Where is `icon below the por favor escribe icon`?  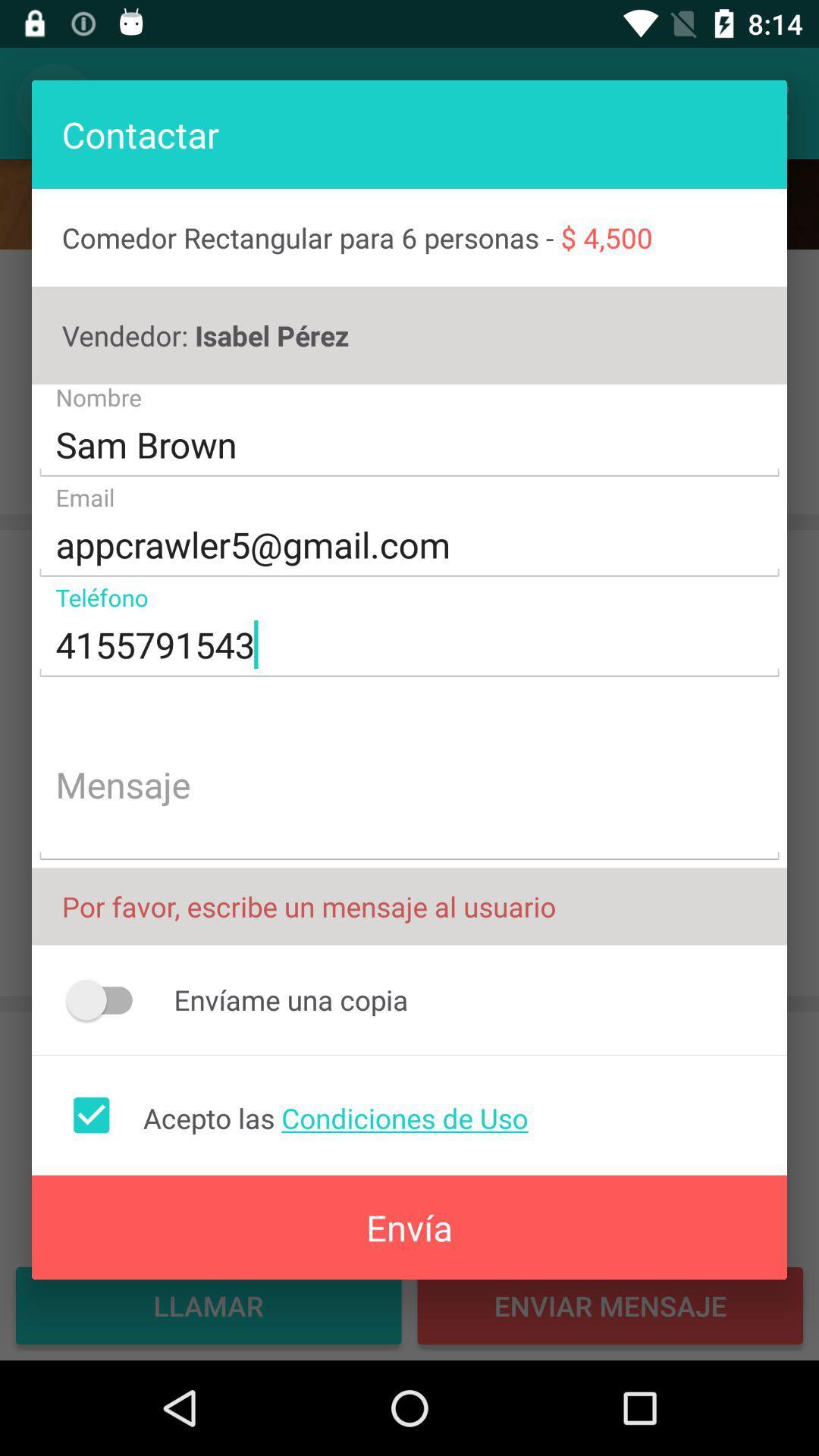 icon below the por favor escribe icon is located at coordinates (106, 999).